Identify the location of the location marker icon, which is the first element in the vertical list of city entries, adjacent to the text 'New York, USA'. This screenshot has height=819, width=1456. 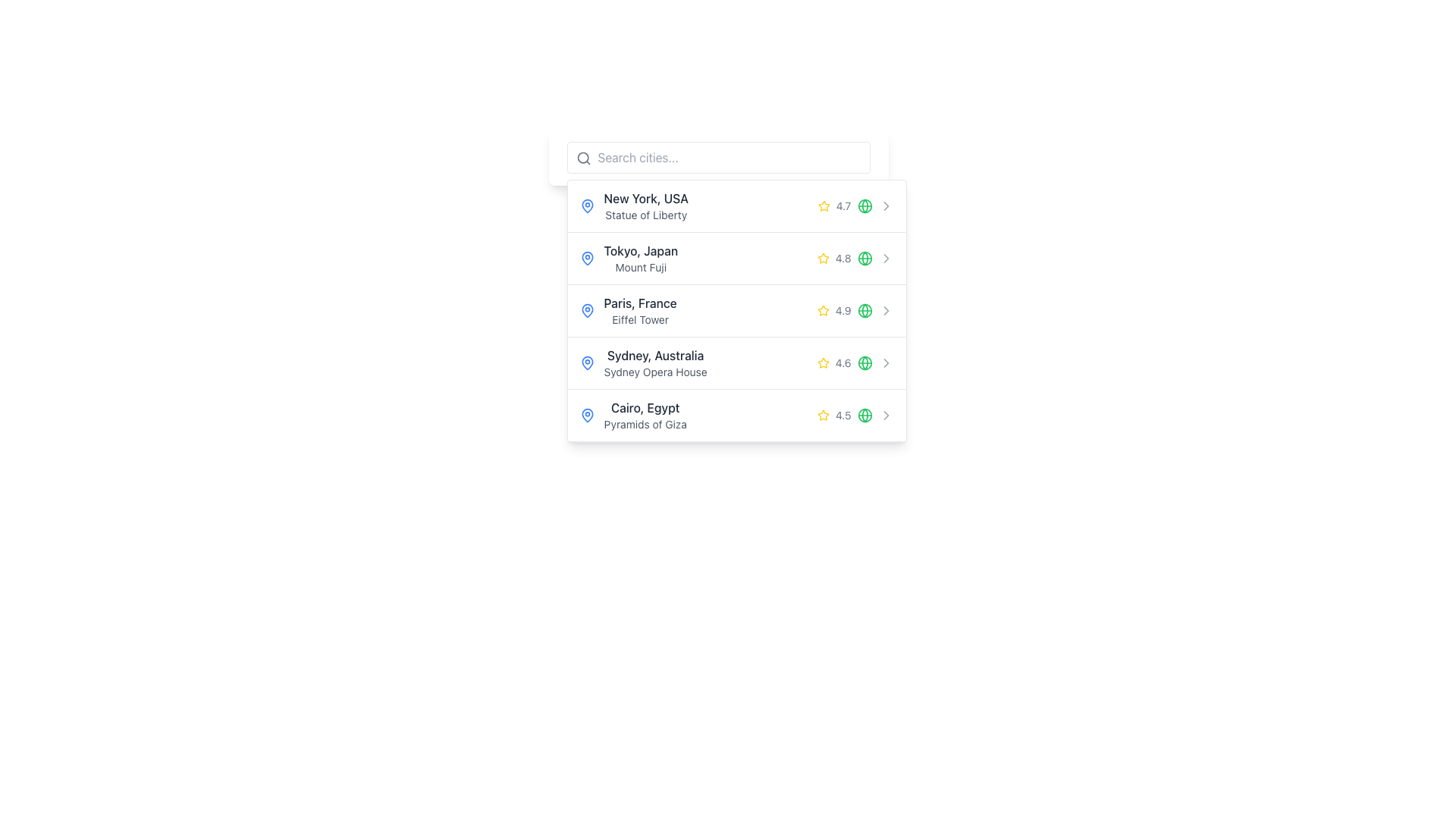
(586, 206).